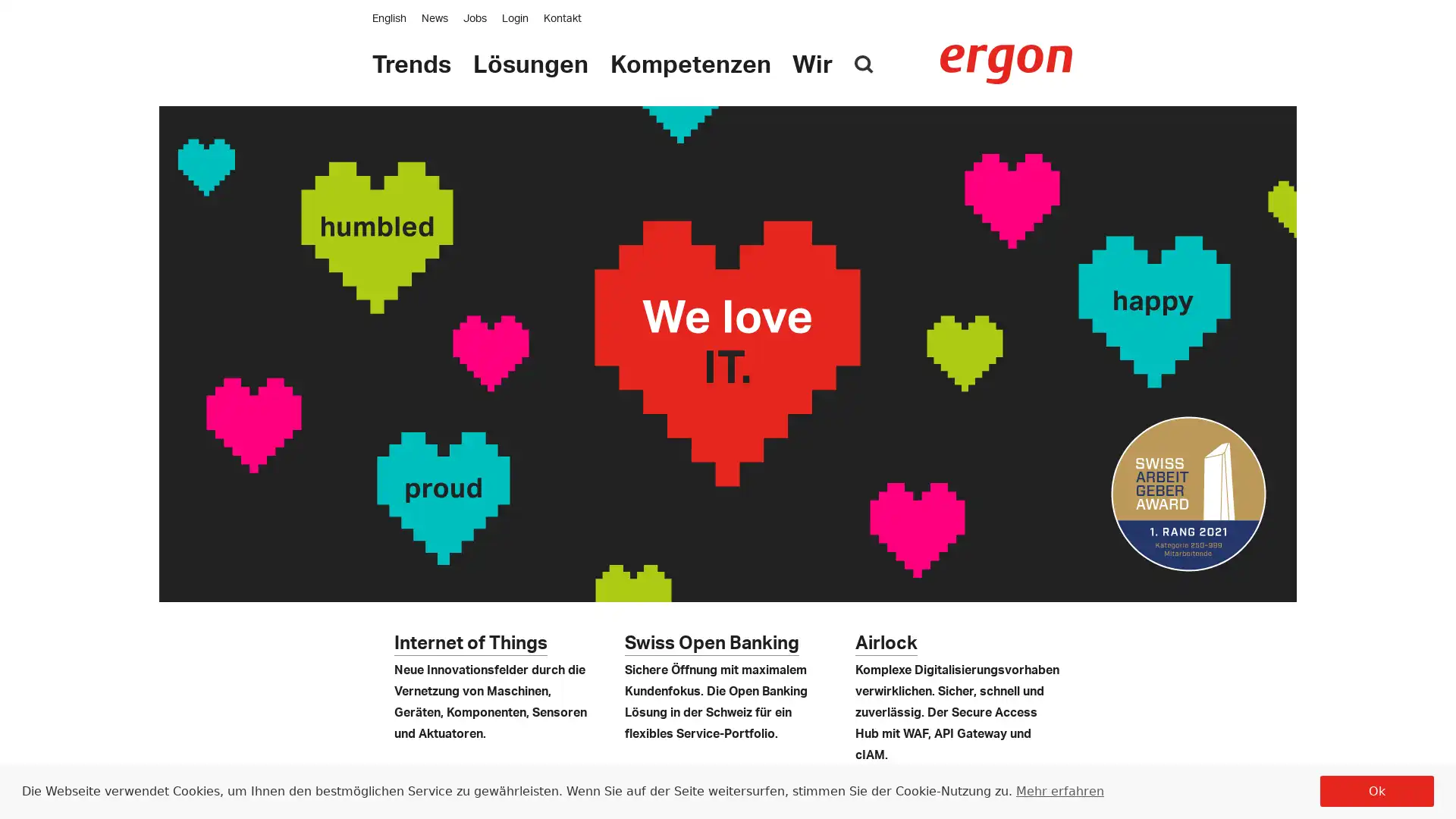 The height and width of the screenshot is (819, 1456). Describe the element at coordinates (1376, 790) in the screenshot. I see `dismiss cookie message` at that location.